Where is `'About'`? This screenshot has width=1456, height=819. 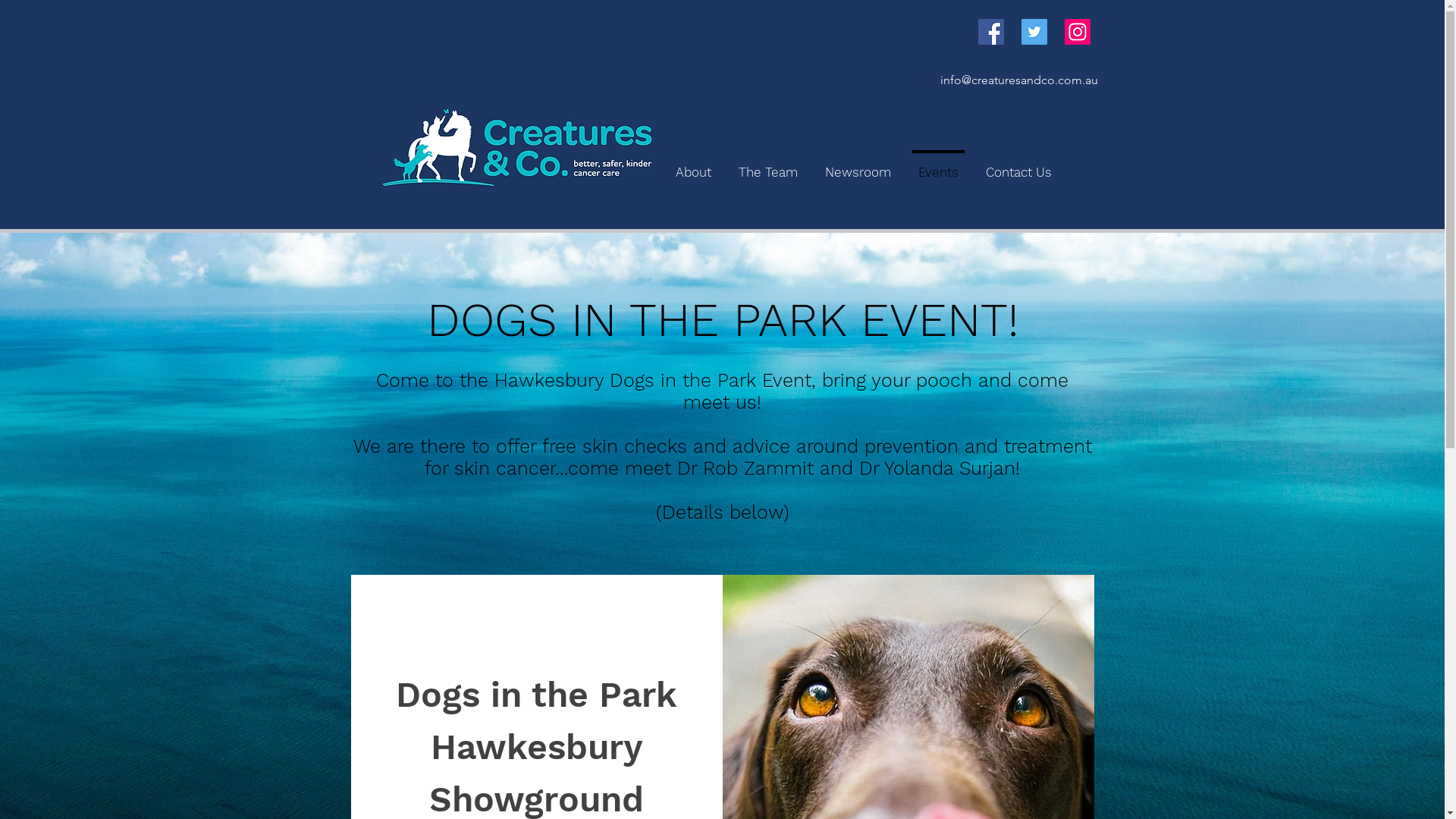 'About' is located at coordinates (692, 165).